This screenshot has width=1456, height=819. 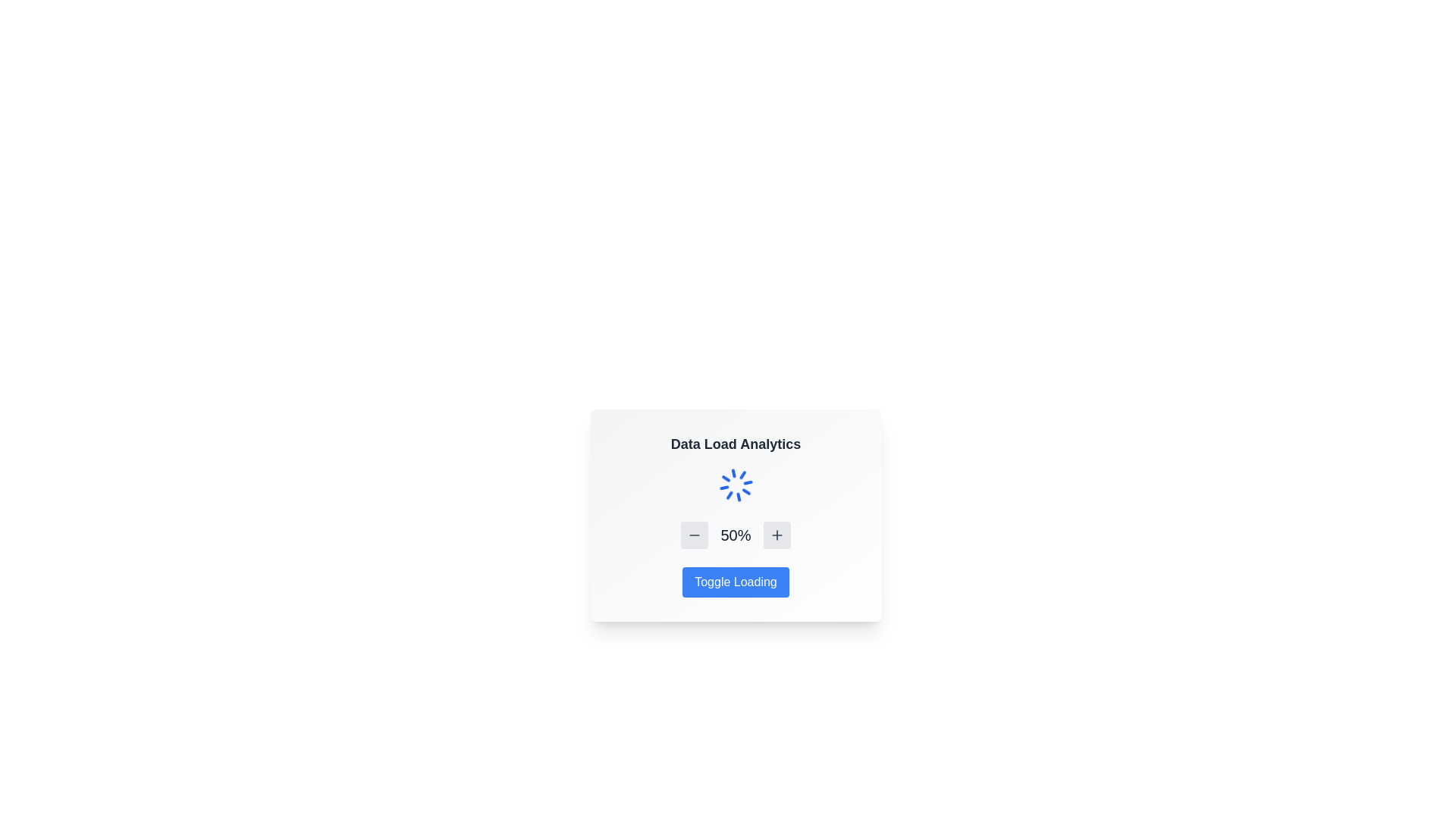 What do you see at coordinates (777, 534) in the screenshot?
I see `the 'increase' or 'add' button located below the text '50%', positioned between the minus button and the main panel's bottom edge` at bounding box center [777, 534].